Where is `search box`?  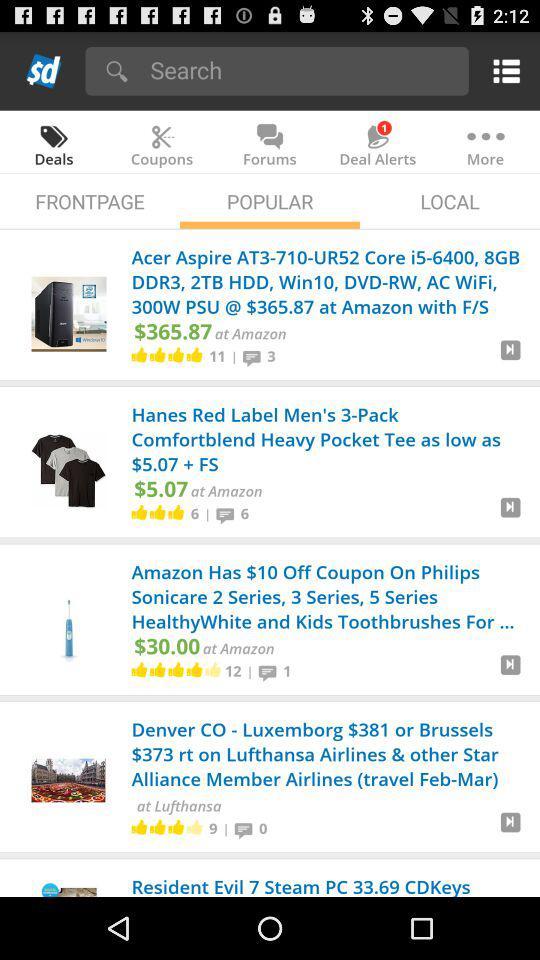
search box is located at coordinates (302, 69).